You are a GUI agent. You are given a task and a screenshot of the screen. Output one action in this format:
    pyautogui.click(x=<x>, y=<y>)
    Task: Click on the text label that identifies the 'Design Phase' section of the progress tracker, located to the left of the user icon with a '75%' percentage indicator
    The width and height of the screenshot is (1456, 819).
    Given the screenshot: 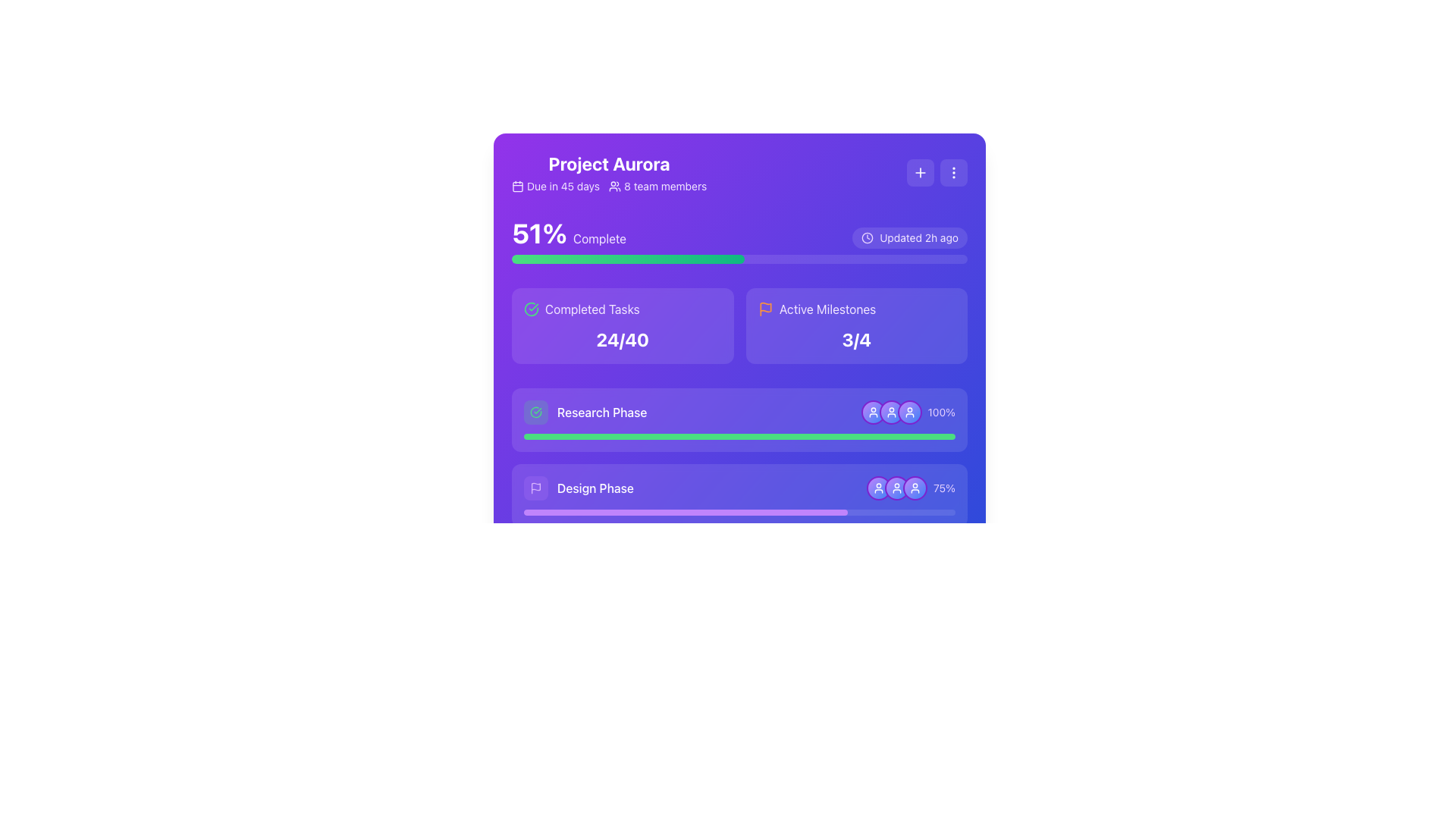 What is the action you would take?
    pyautogui.click(x=578, y=488)
    